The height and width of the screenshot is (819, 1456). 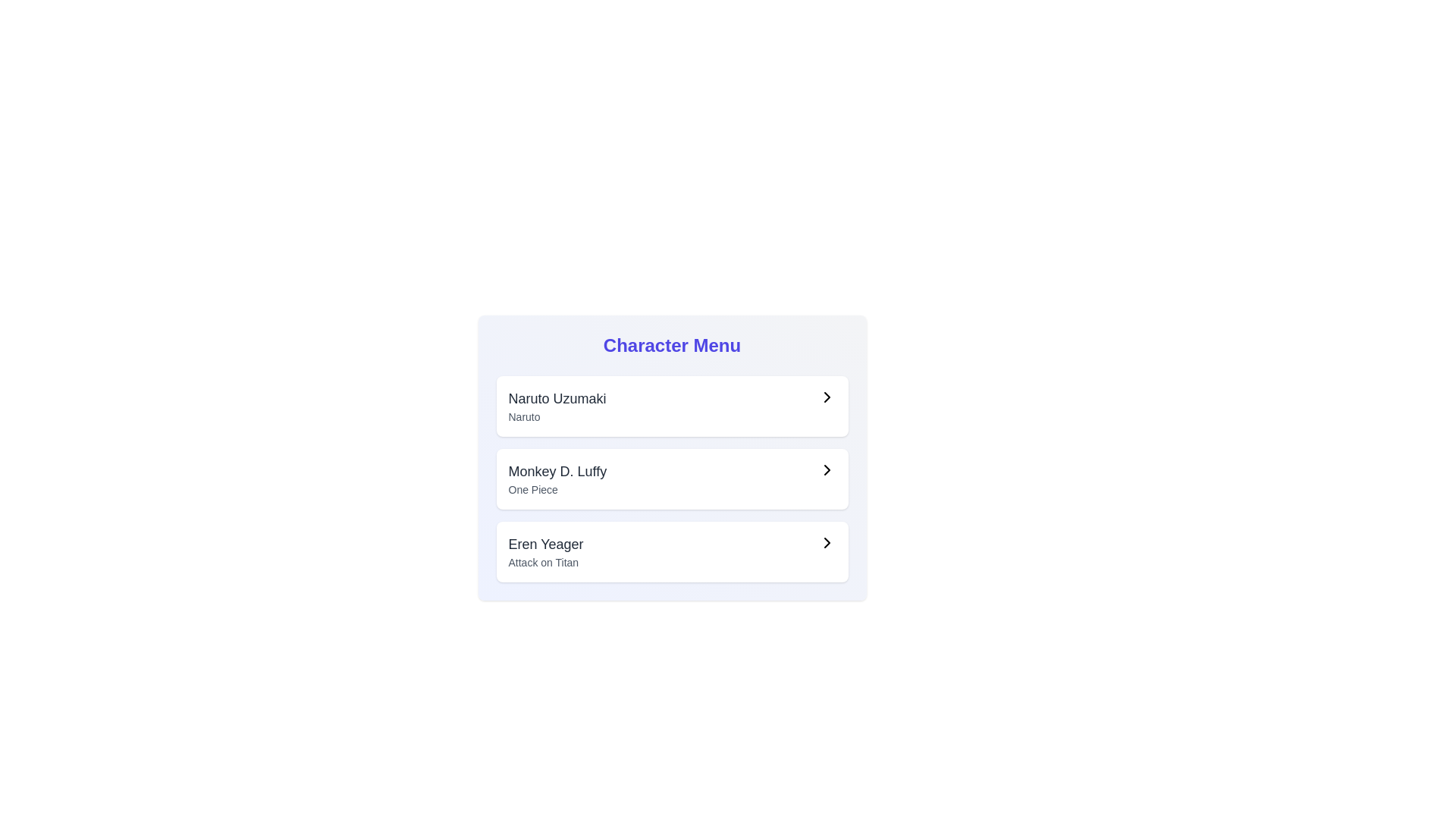 What do you see at coordinates (671, 457) in the screenshot?
I see `the second item` at bounding box center [671, 457].